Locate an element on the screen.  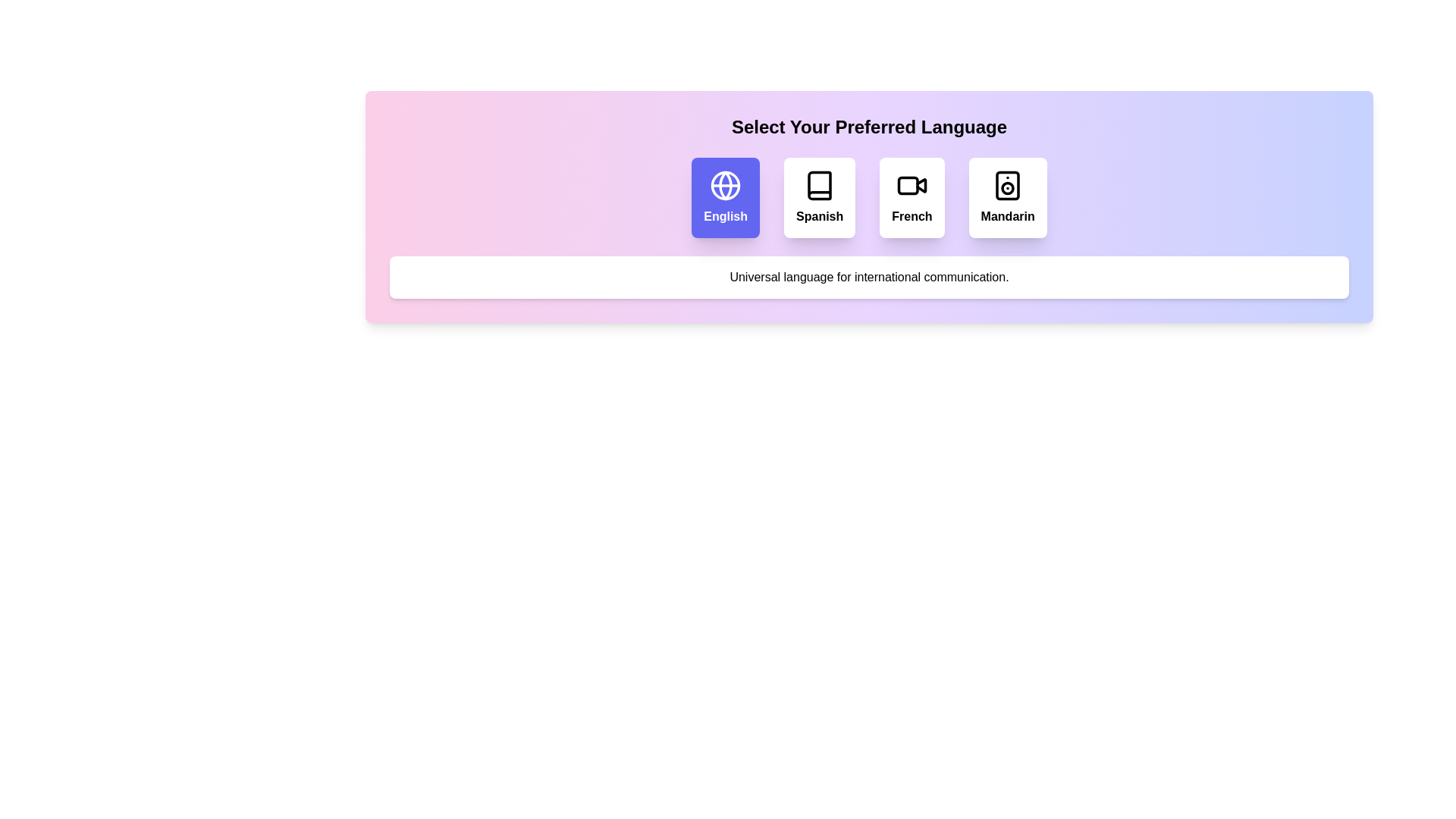
the language option Mandarin to observe the interaction feedback is located at coordinates (1008, 197).